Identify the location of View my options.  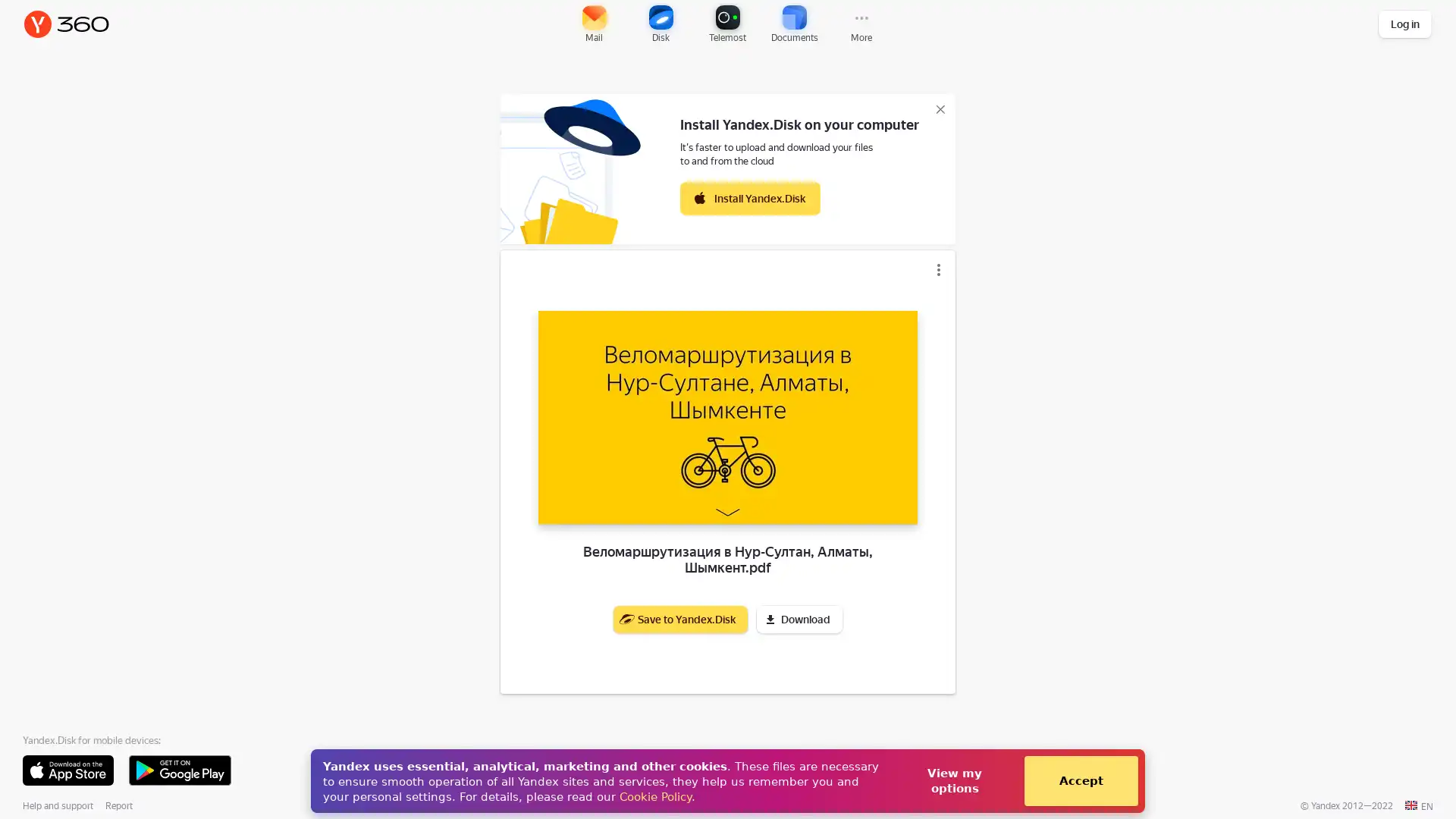
(953, 780).